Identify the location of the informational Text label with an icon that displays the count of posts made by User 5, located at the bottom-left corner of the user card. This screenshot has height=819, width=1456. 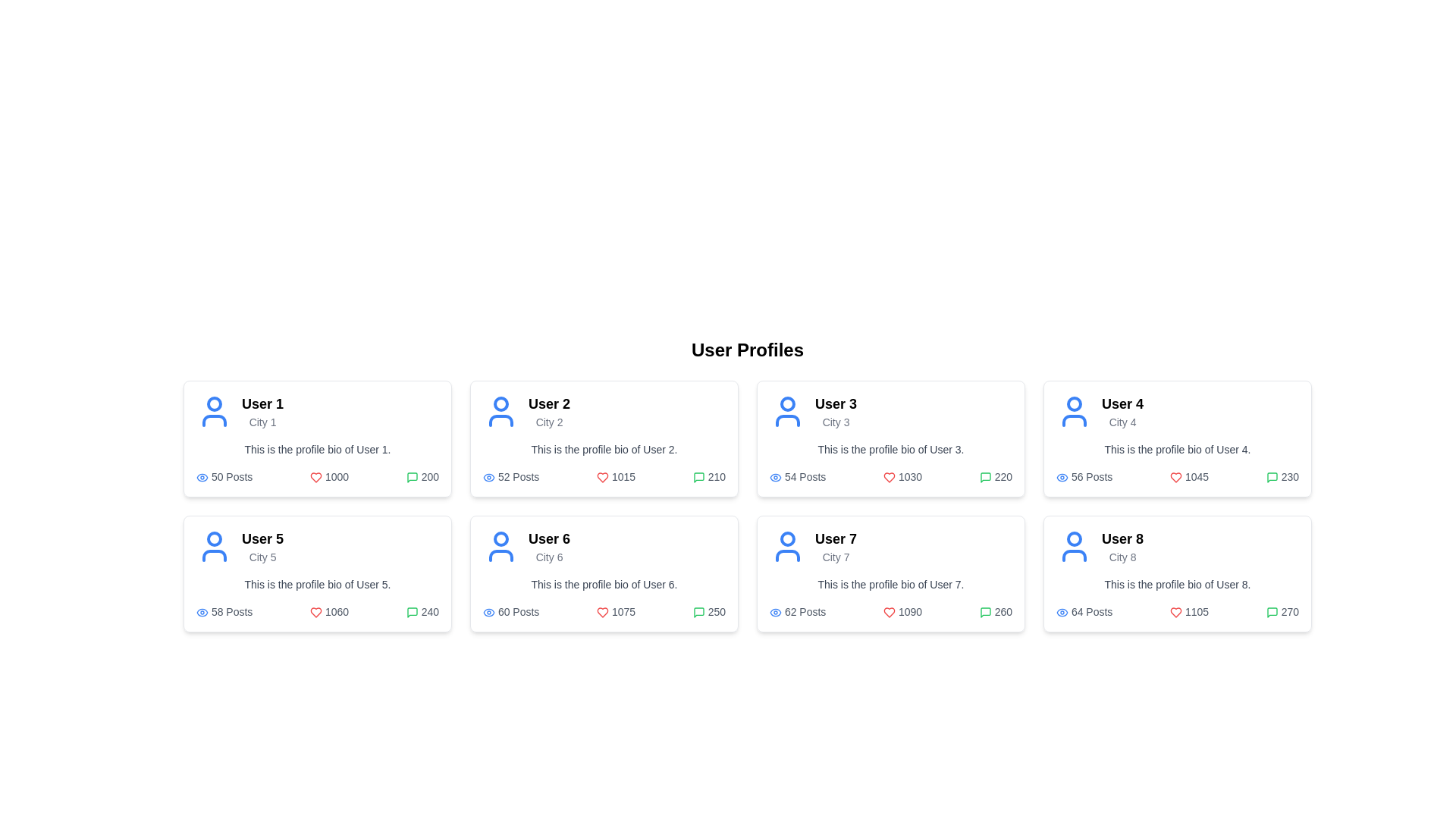
(224, 610).